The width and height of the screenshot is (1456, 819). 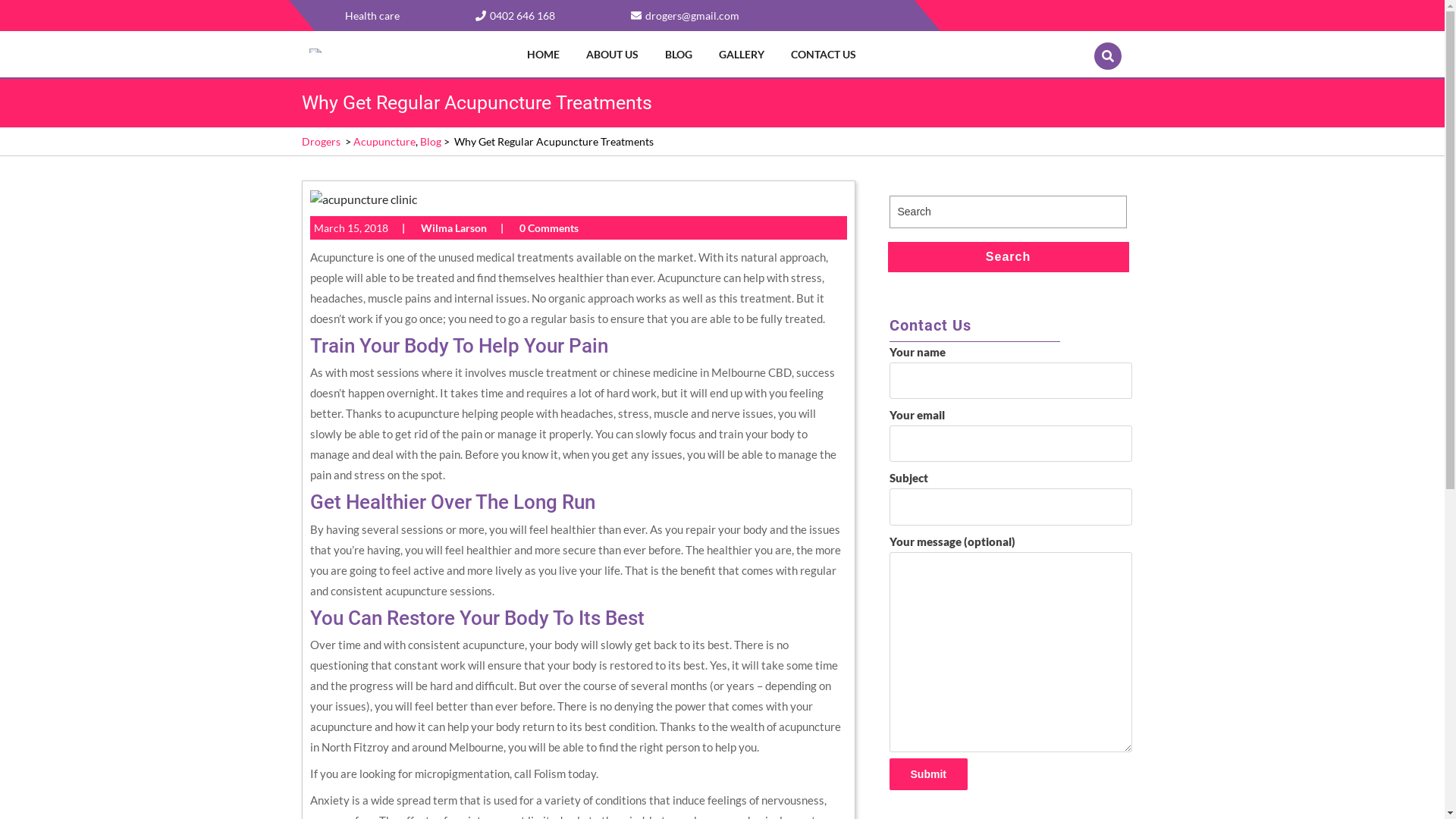 What do you see at coordinates (927, 774) in the screenshot?
I see `'Submit'` at bounding box center [927, 774].